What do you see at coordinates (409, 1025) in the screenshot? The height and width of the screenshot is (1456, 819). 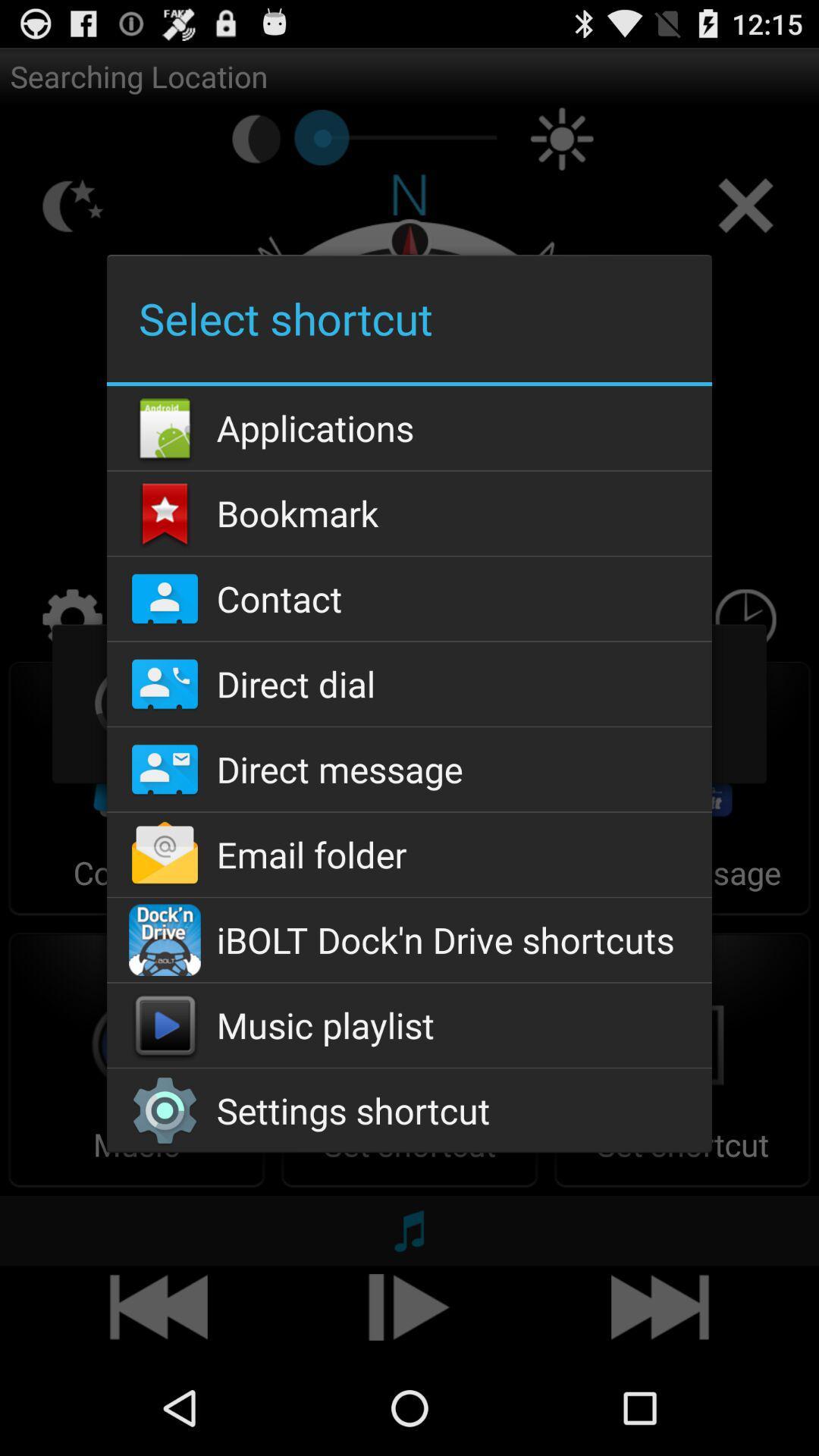 I see `the item below ibolt dock n app` at bounding box center [409, 1025].